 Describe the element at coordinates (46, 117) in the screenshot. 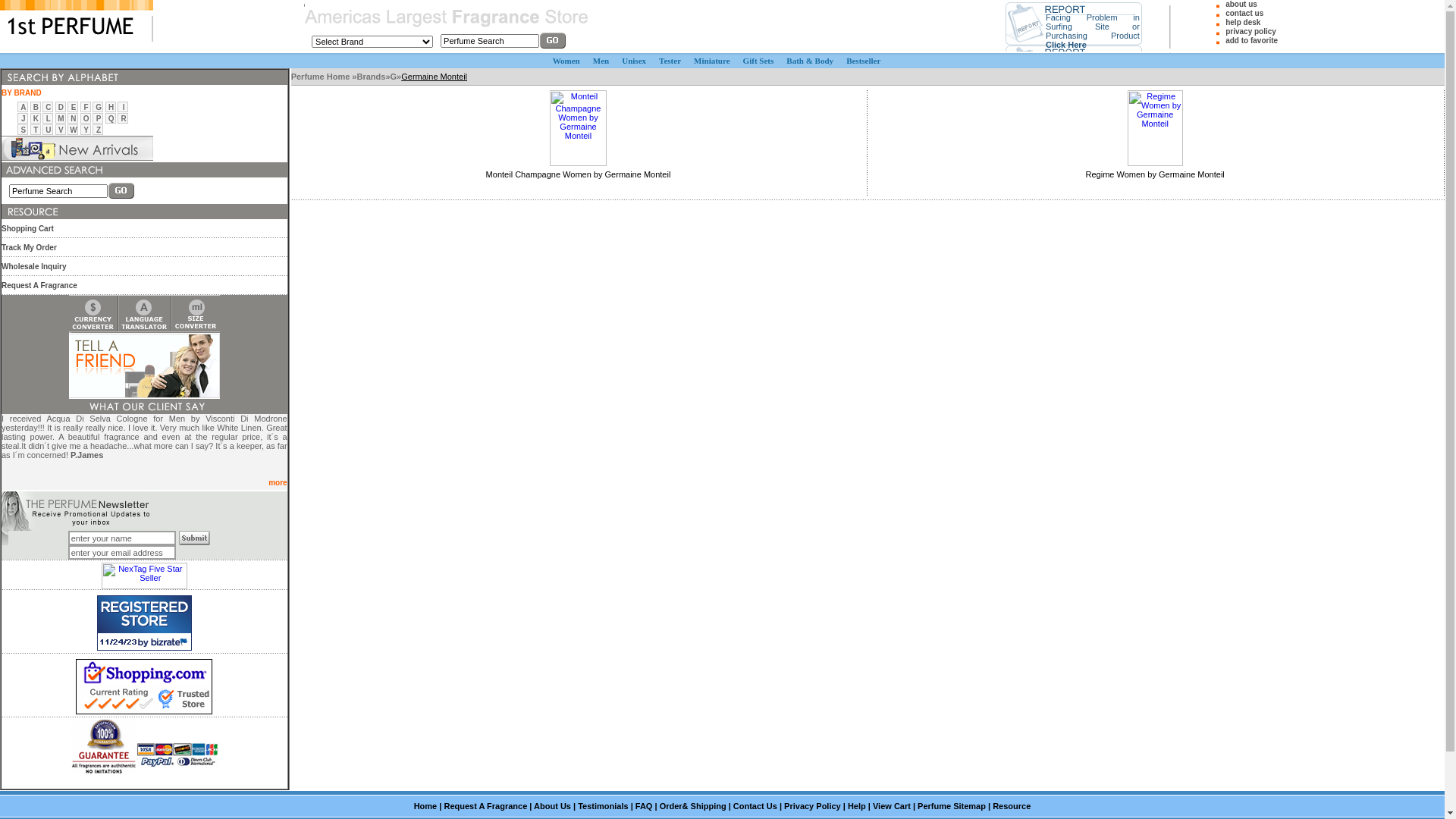

I see `'L'` at that location.